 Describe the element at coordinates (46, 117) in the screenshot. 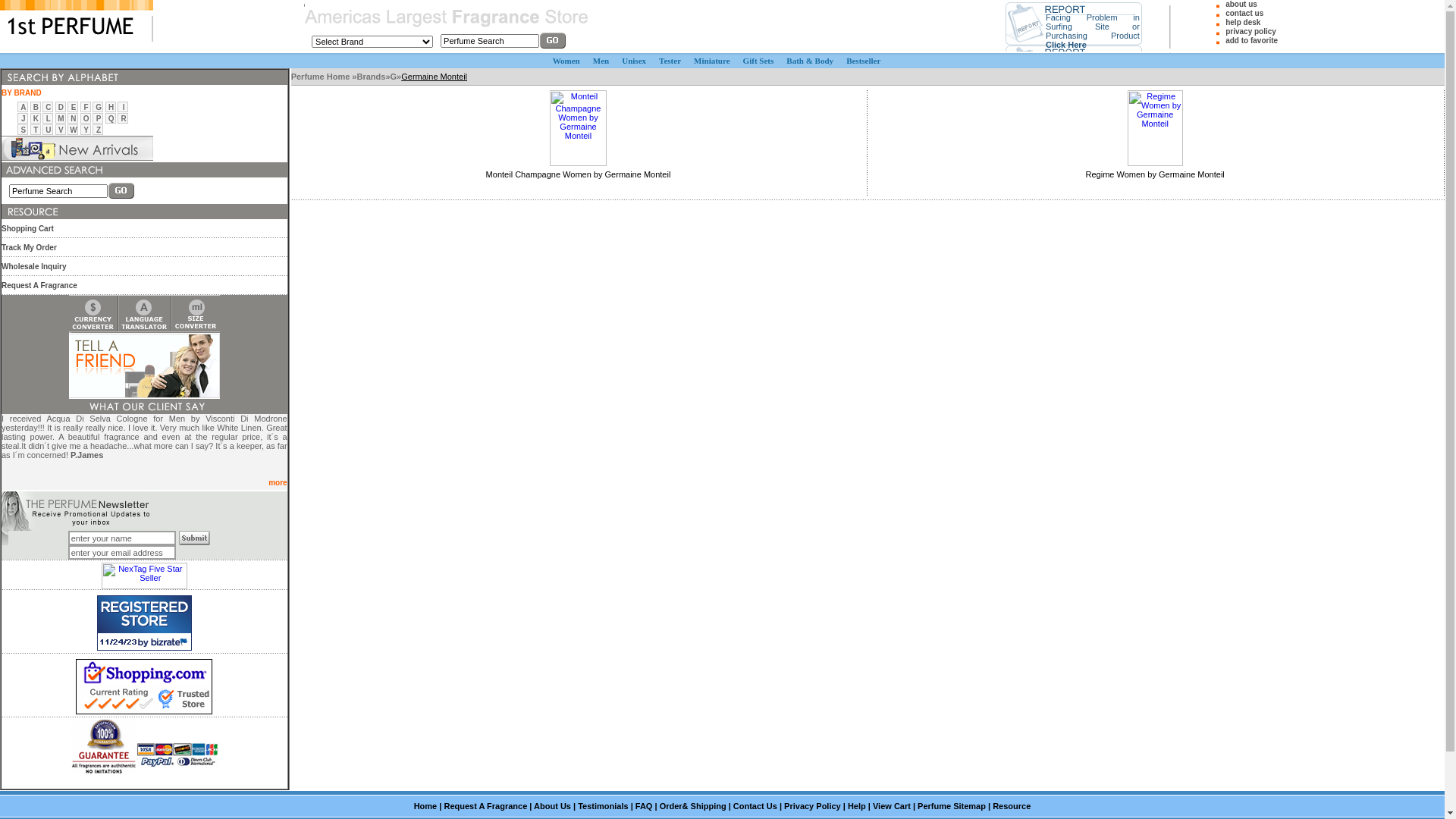

I see `'L'` at that location.